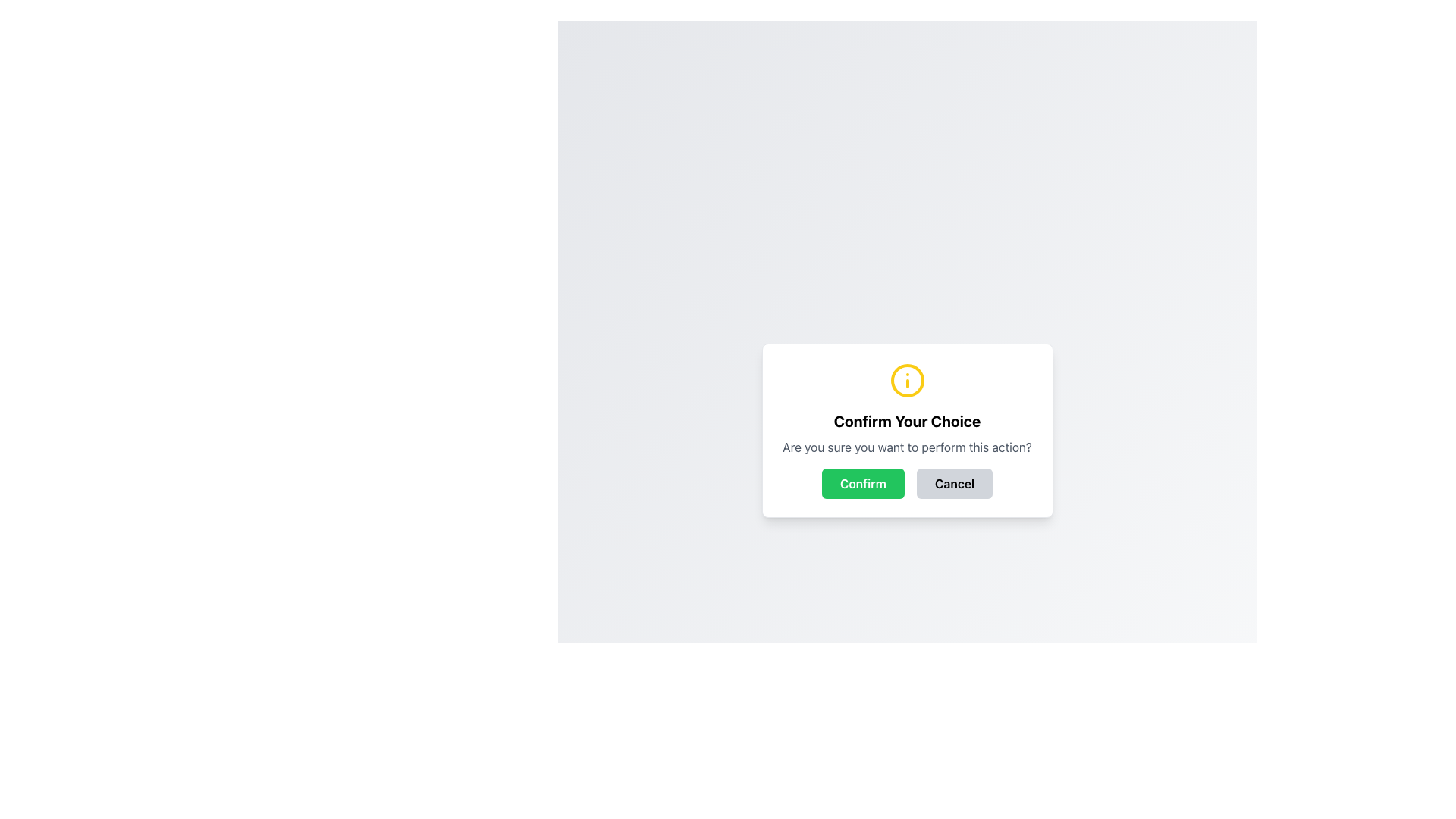 The image size is (1456, 819). Describe the element at coordinates (907, 447) in the screenshot. I see `confirmation prompt text located in the modal, positioned below the title 'Confirm Your Choice' and above the 'Confirm' and 'Cancel' buttons` at that location.